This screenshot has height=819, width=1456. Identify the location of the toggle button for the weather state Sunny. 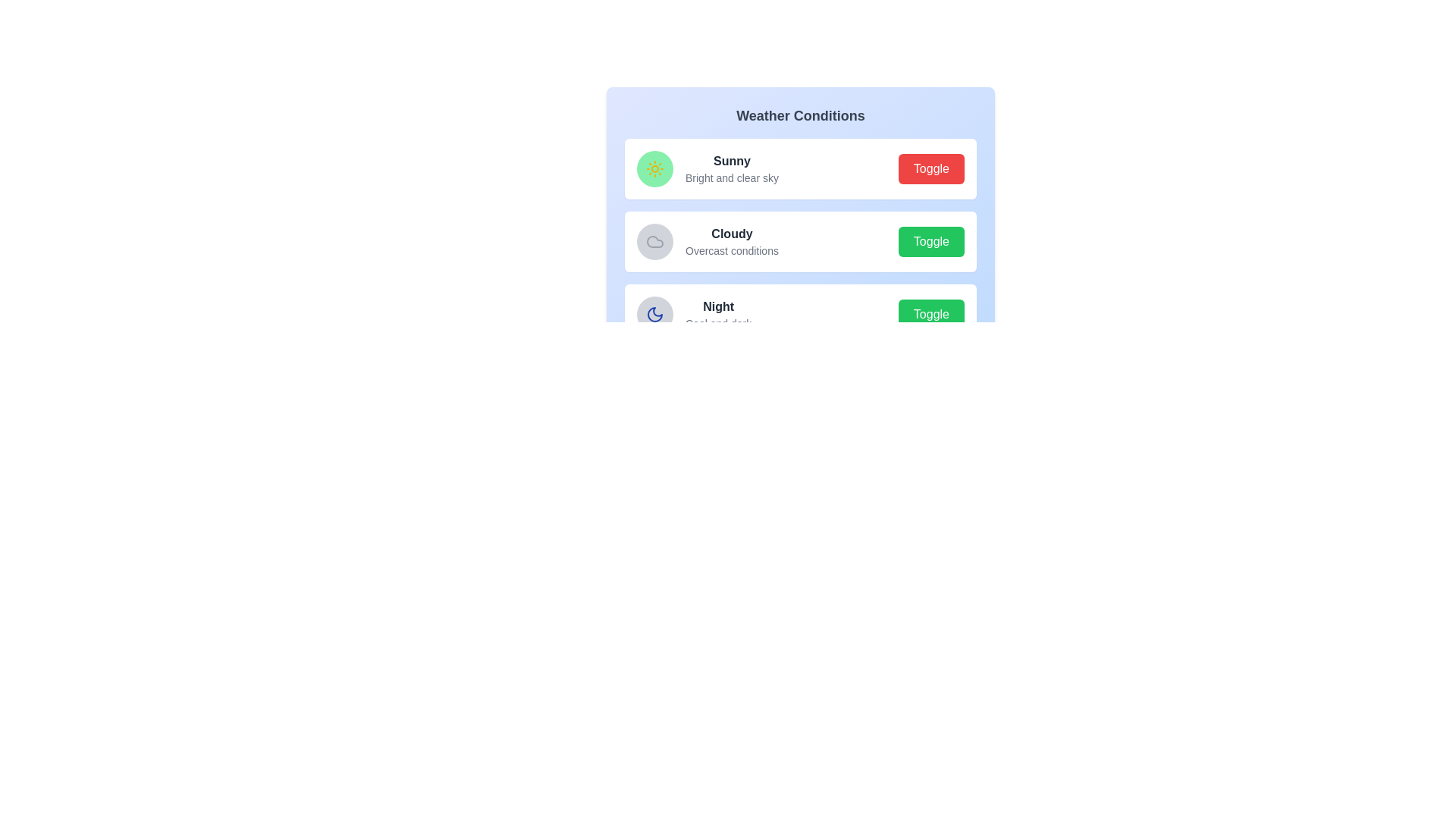
(930, 169).